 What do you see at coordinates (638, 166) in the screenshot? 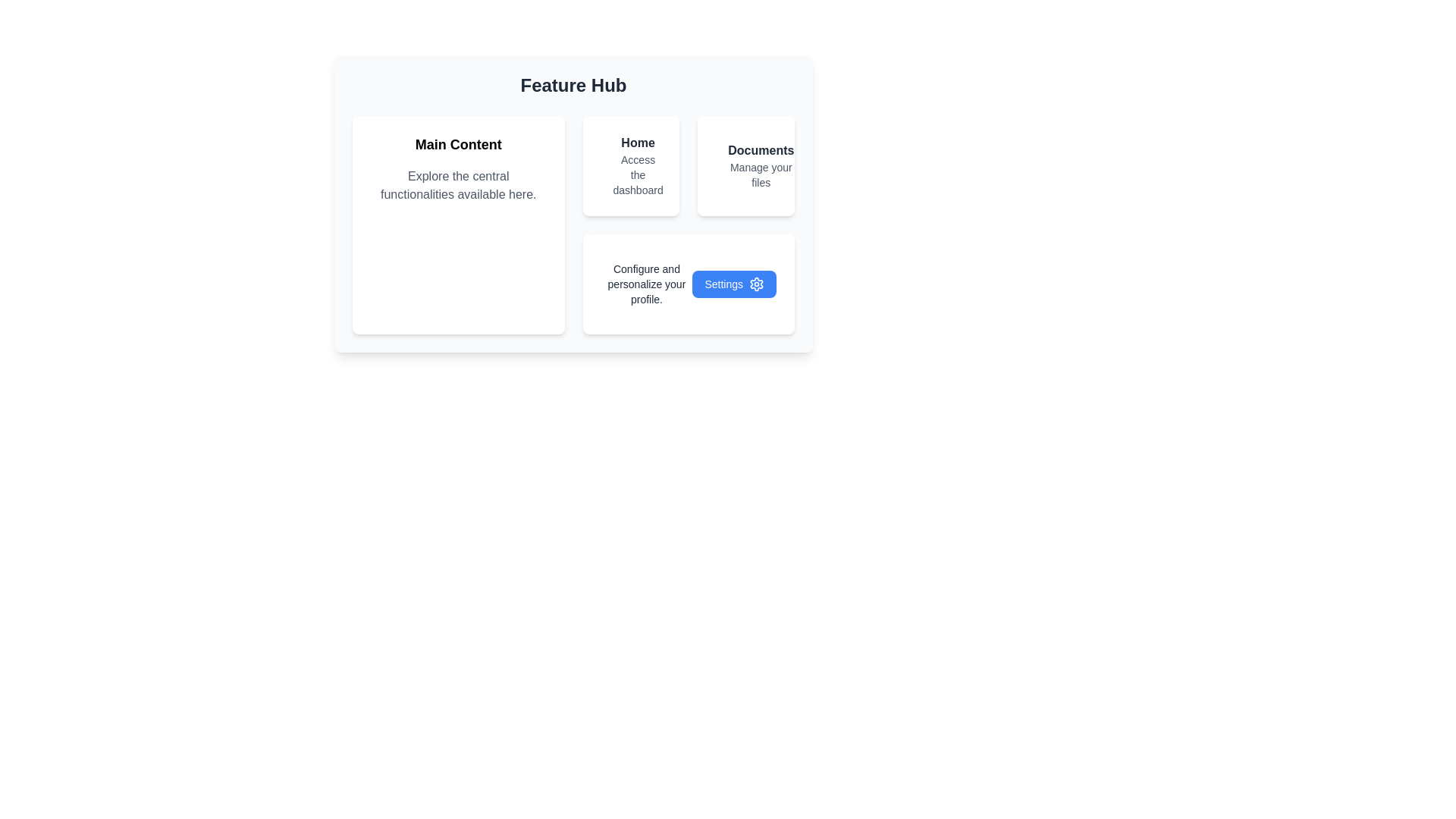
I see `the Text label in the Feature Hub grid layout` at bounding box center [638, 166].